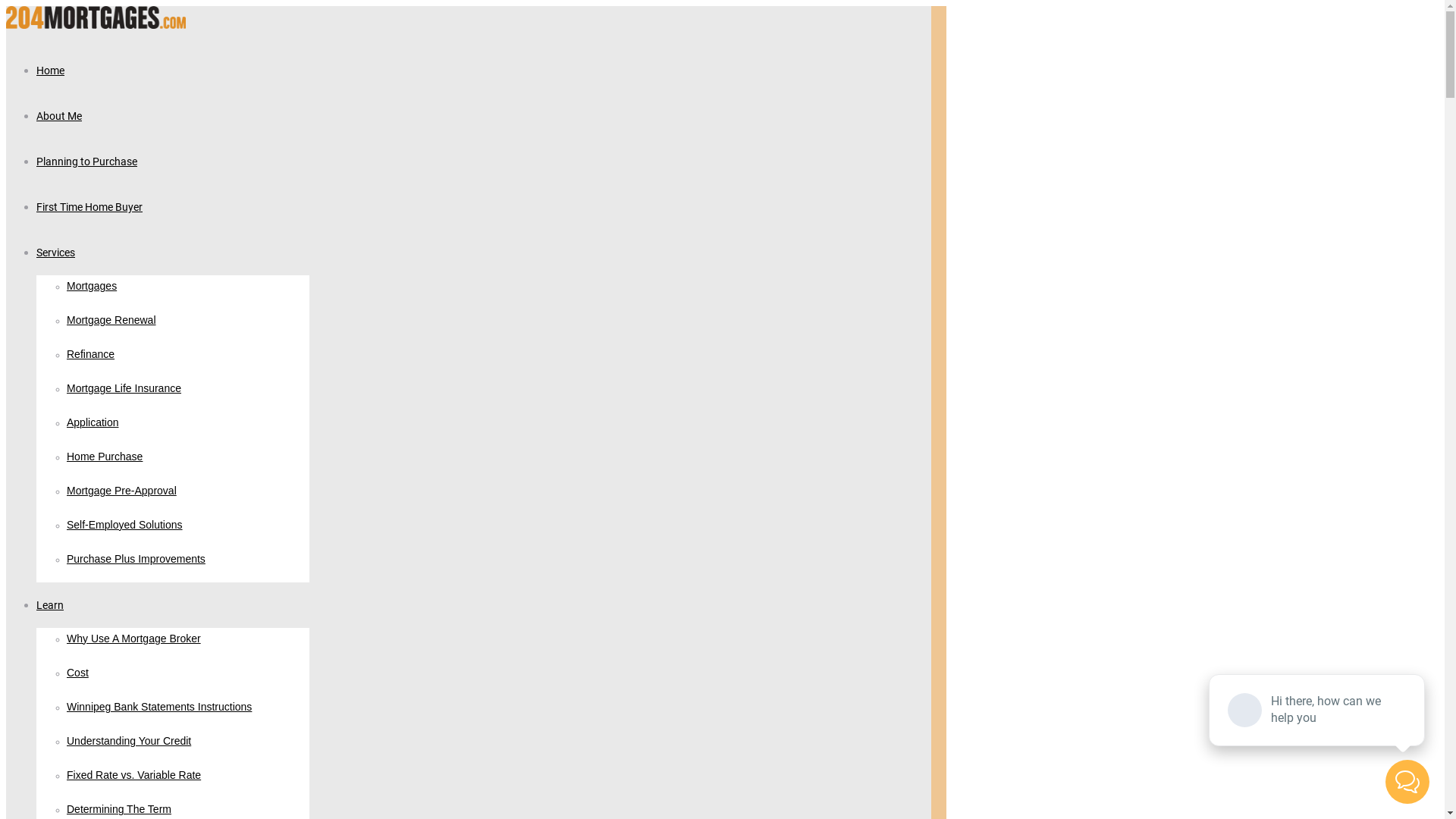 This screenshot has width=1456, height=819. What do you see at coordinates (65, 423) in the screenshot?
I see `'Application'` at bounding box center [65, 423].